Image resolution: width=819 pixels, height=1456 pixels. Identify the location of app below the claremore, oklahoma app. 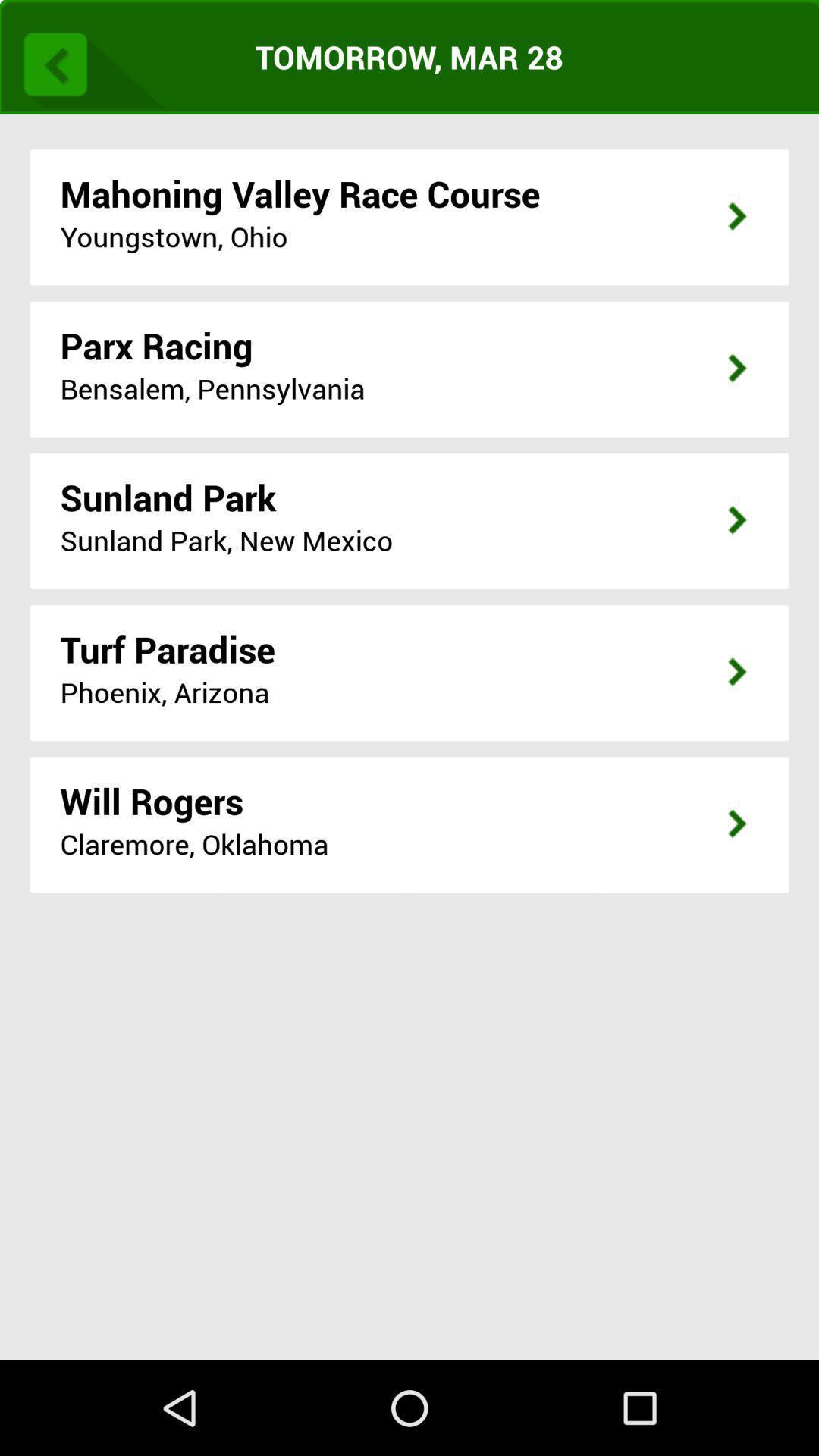
(409, 1144).